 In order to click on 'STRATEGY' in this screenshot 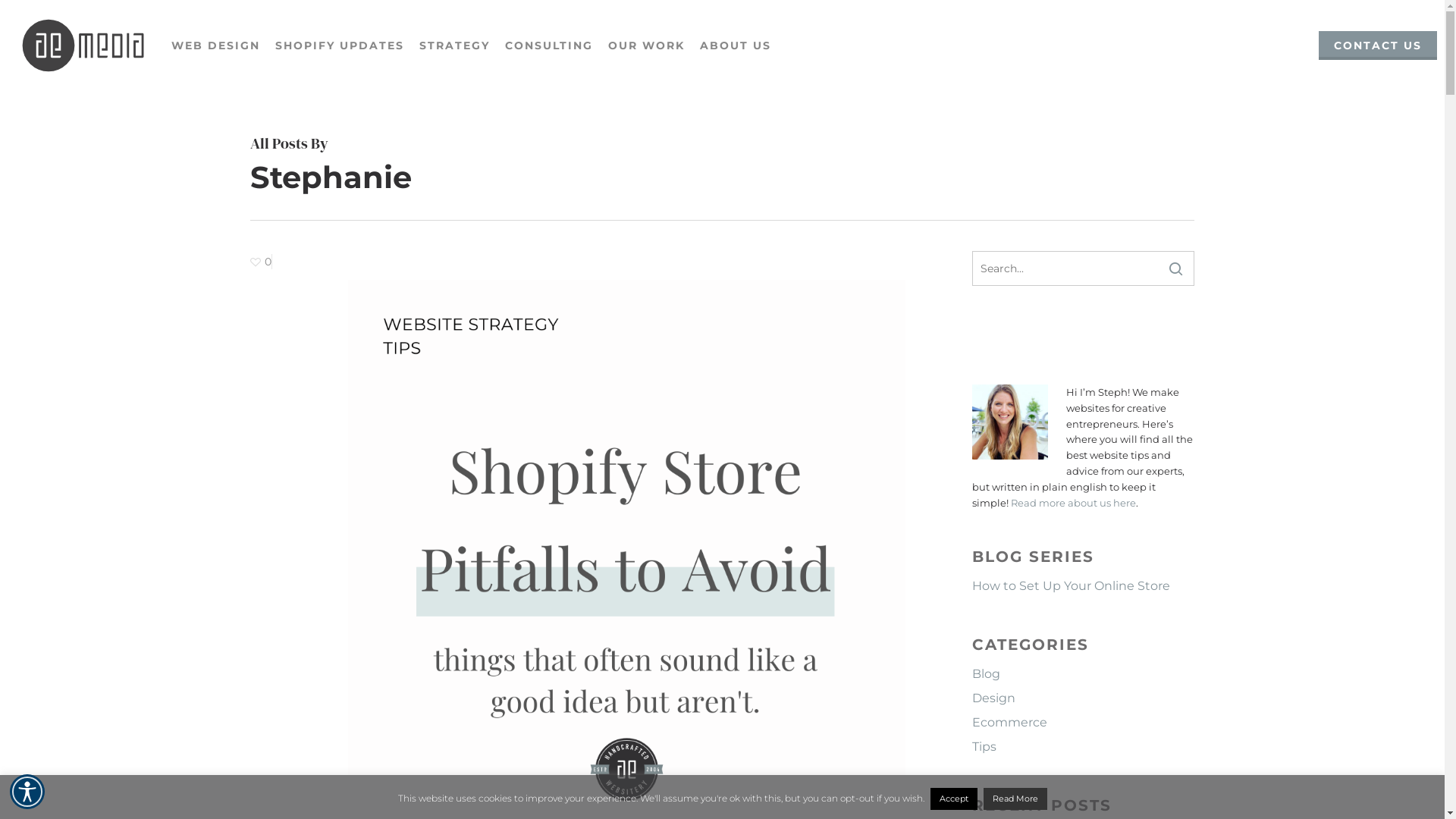, I will do `click(453, 45)`.